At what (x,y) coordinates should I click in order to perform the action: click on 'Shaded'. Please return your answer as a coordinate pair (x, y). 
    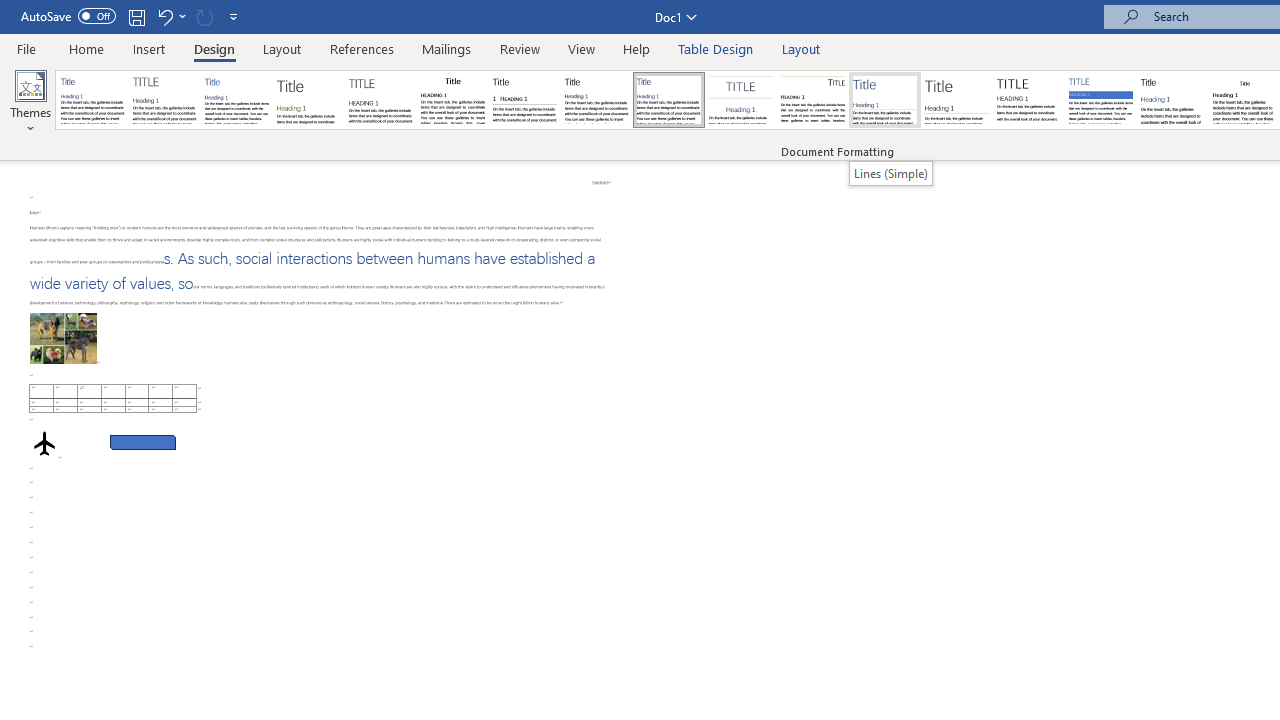
    Looking at the image, I should click on (1099, 100).